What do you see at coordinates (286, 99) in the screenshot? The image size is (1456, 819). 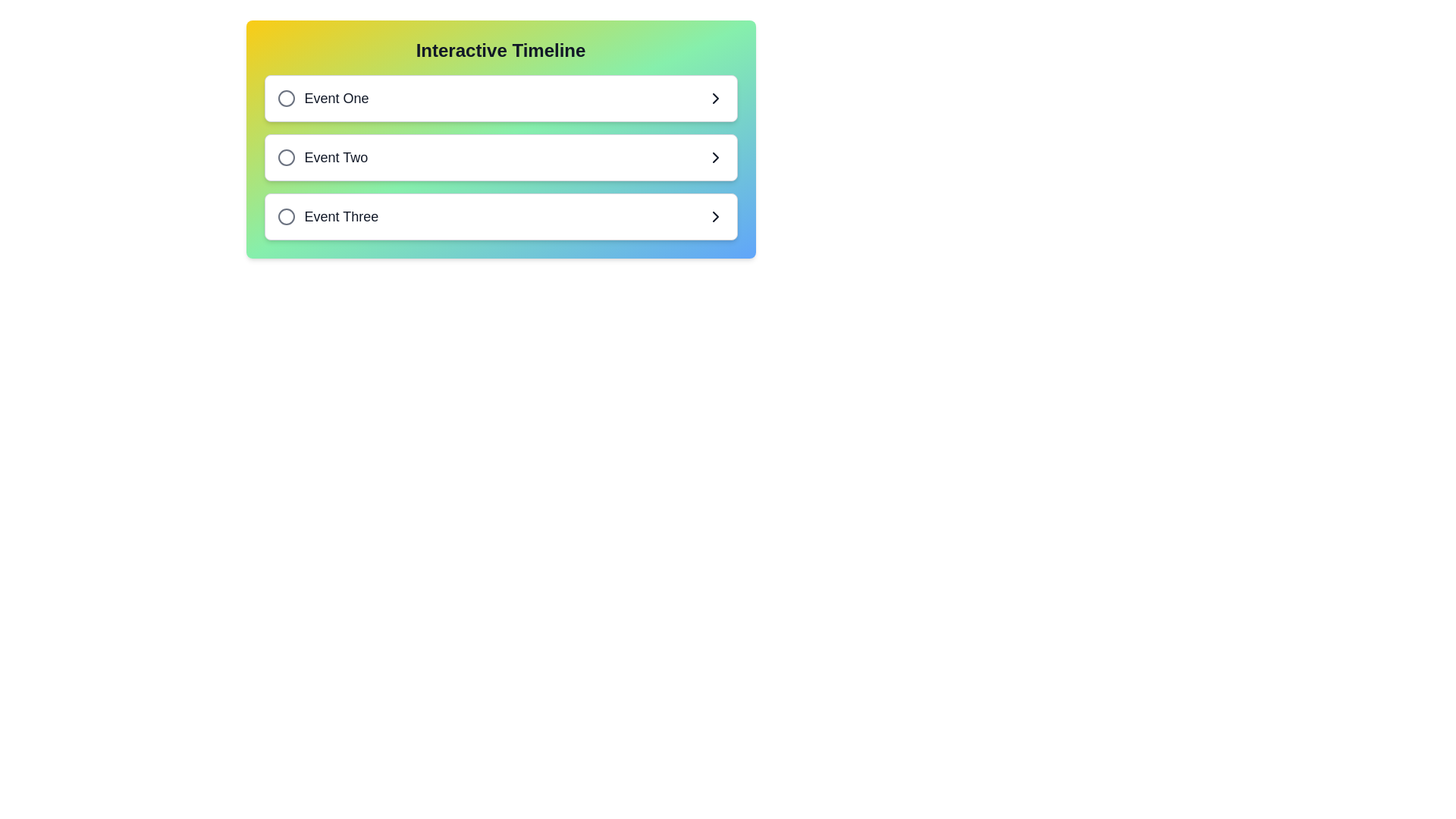 I see `the decorative SVG graphic (circle) representing 'Event One' in the timeline card at the top of the interface` at bounding box center [286, 99].